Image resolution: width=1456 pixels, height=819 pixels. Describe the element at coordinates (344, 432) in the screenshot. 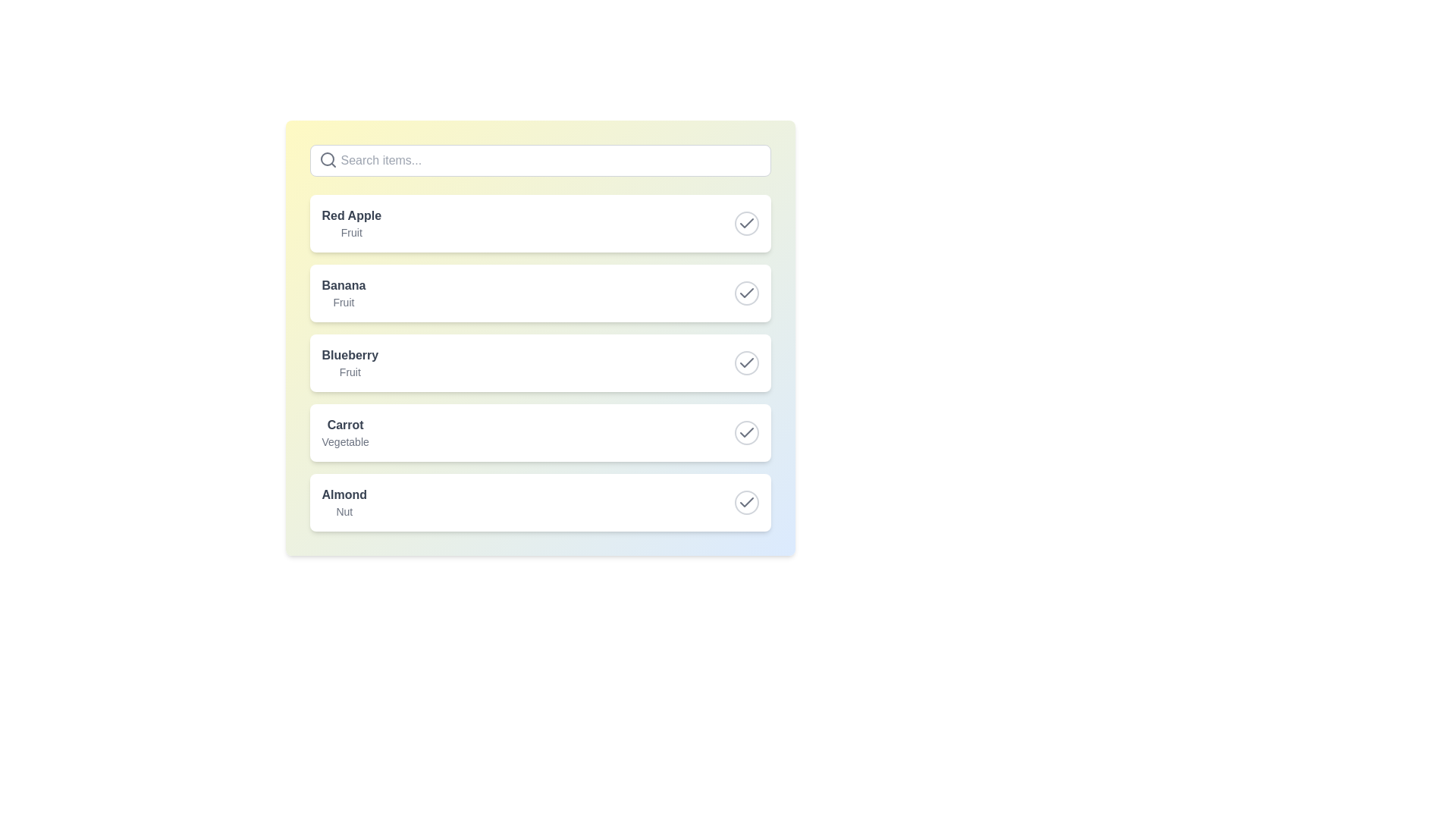

I see `the text label displaying 'Carrot, Vegetable' which is located in the fourth card of a vertical list, positioned between 'Blueberry' and 'Almond'` at that location.